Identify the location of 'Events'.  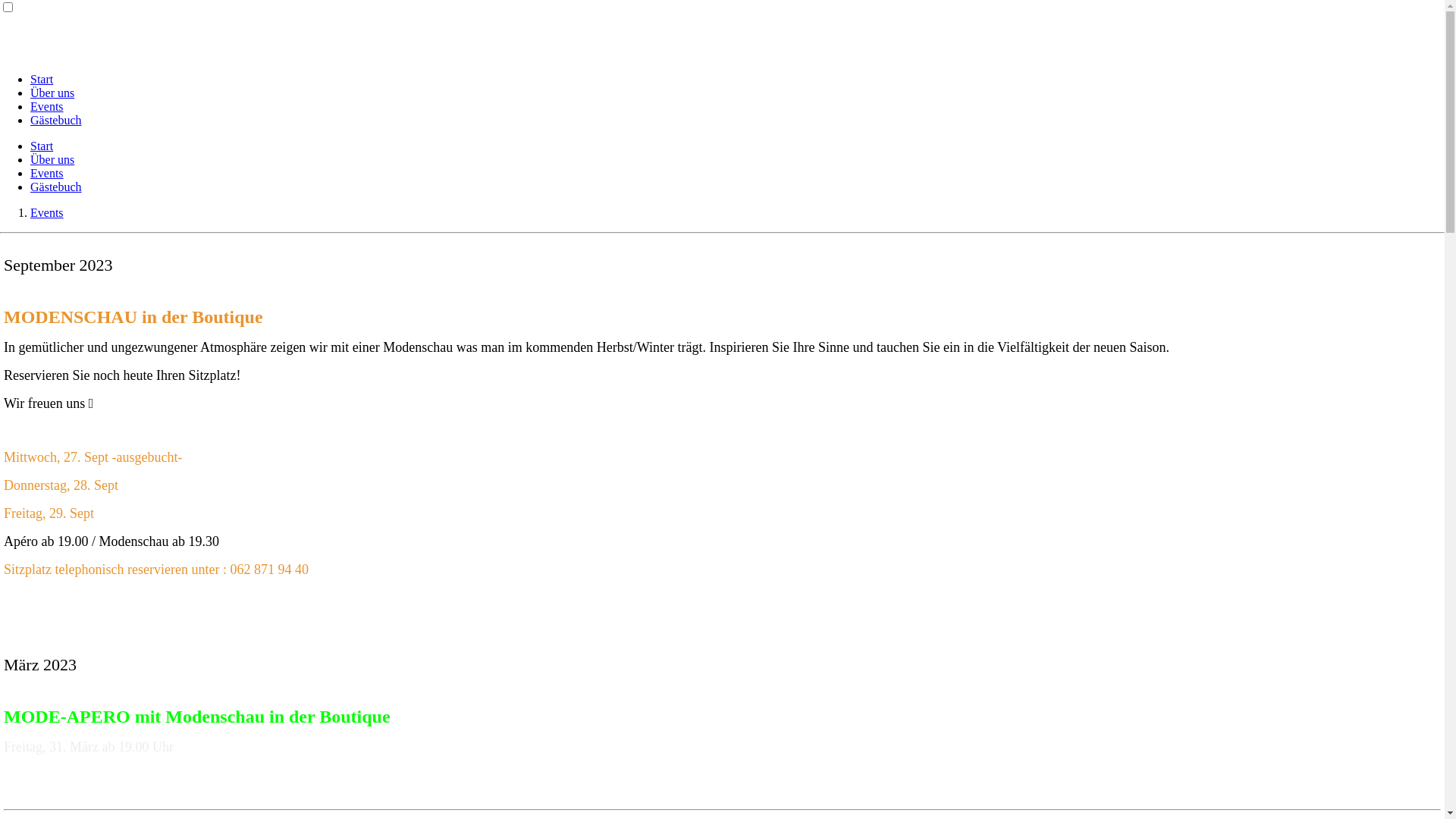
(30, 212).